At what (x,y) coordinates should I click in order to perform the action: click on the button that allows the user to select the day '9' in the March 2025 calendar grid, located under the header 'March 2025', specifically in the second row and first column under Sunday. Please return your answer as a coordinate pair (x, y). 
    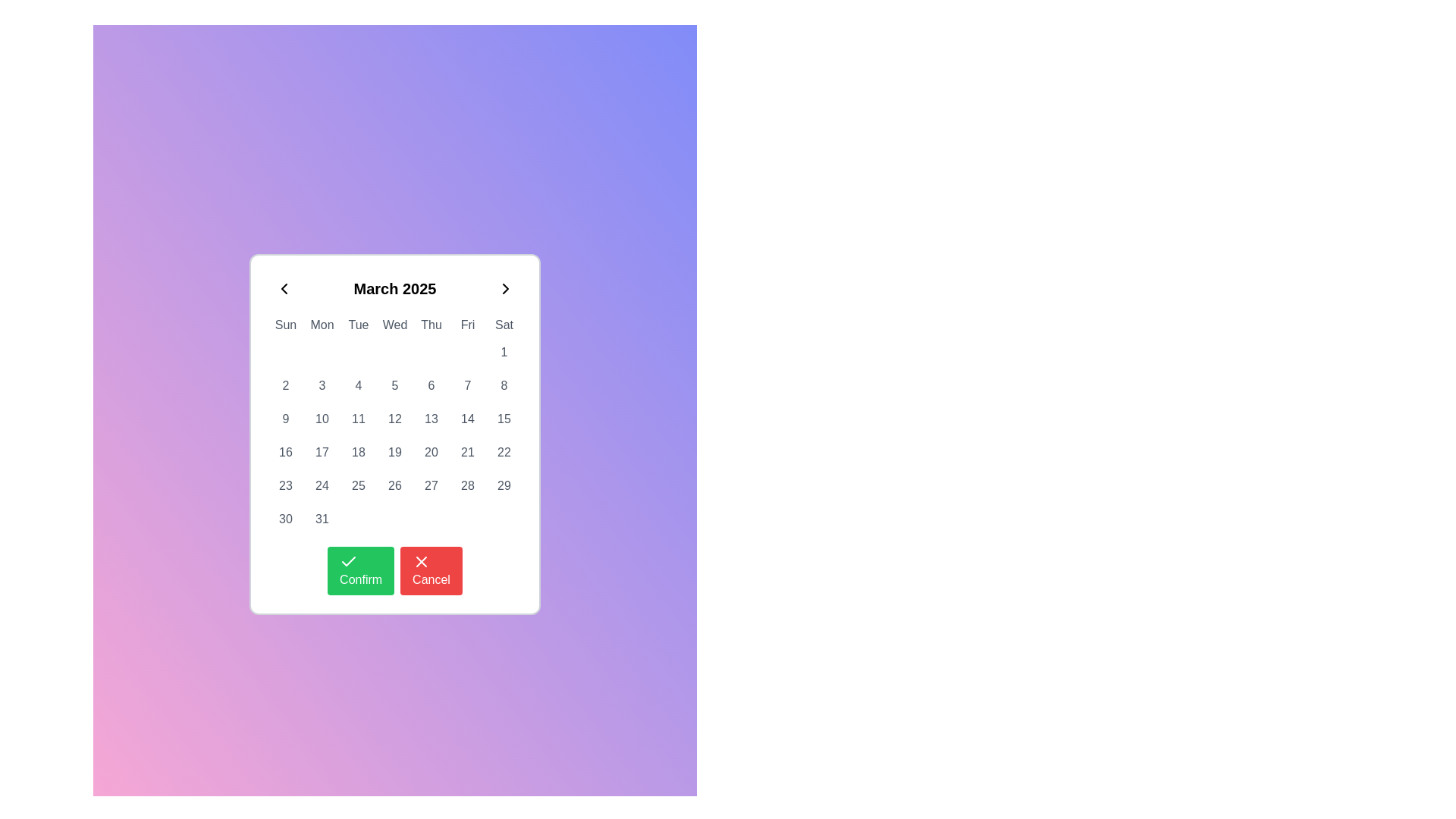
    Looking at the image, I should click on (286, 419).